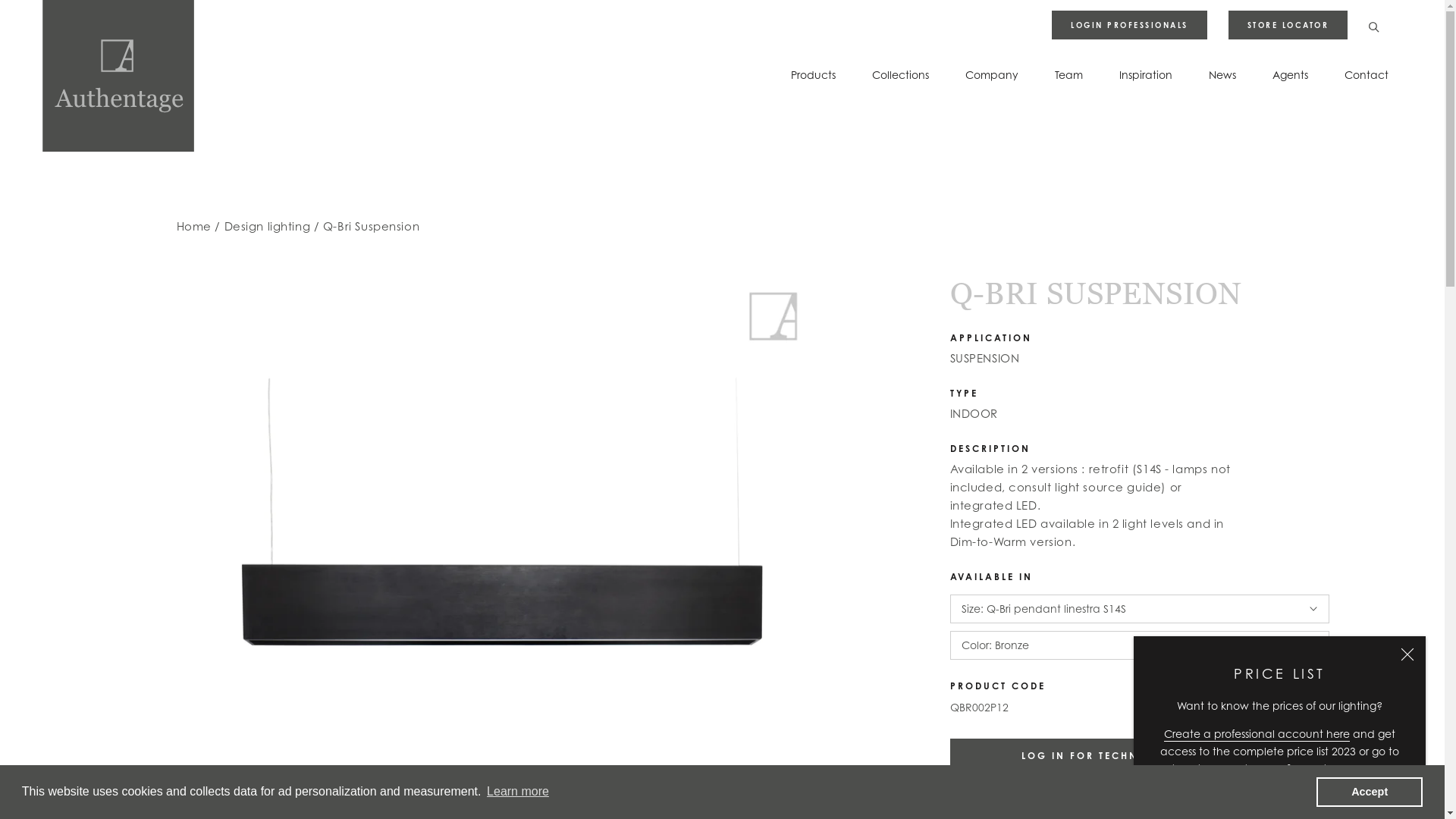  I want to click on 'LOGIN PROFESSIONALS', so click(1051, 25).